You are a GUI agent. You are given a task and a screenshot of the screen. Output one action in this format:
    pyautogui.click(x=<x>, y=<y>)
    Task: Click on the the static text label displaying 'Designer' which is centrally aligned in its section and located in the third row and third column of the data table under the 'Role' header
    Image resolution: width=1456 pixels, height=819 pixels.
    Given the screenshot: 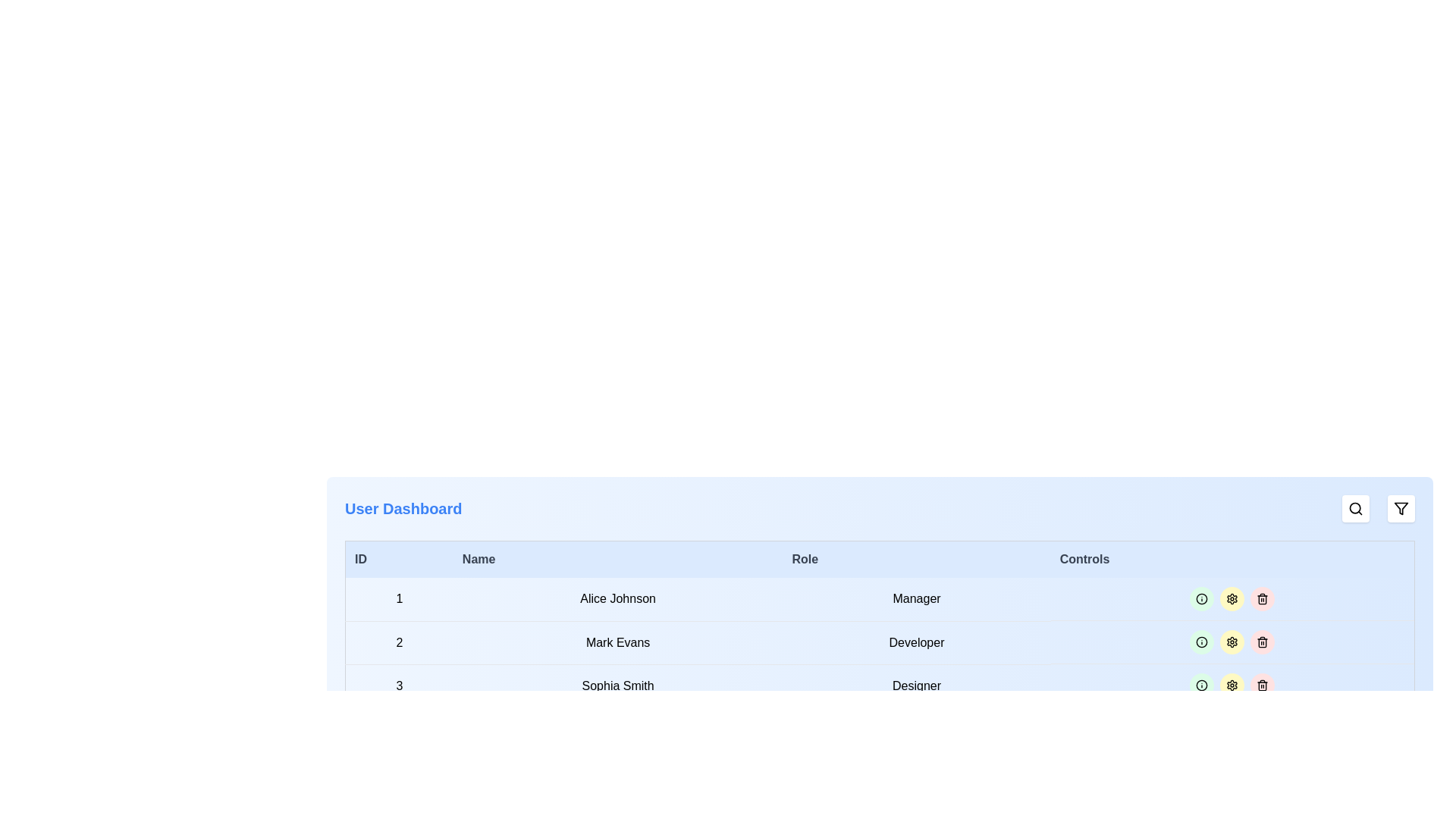 What is the action you would take?
    pyautogui.click(x=916, y=686)
    